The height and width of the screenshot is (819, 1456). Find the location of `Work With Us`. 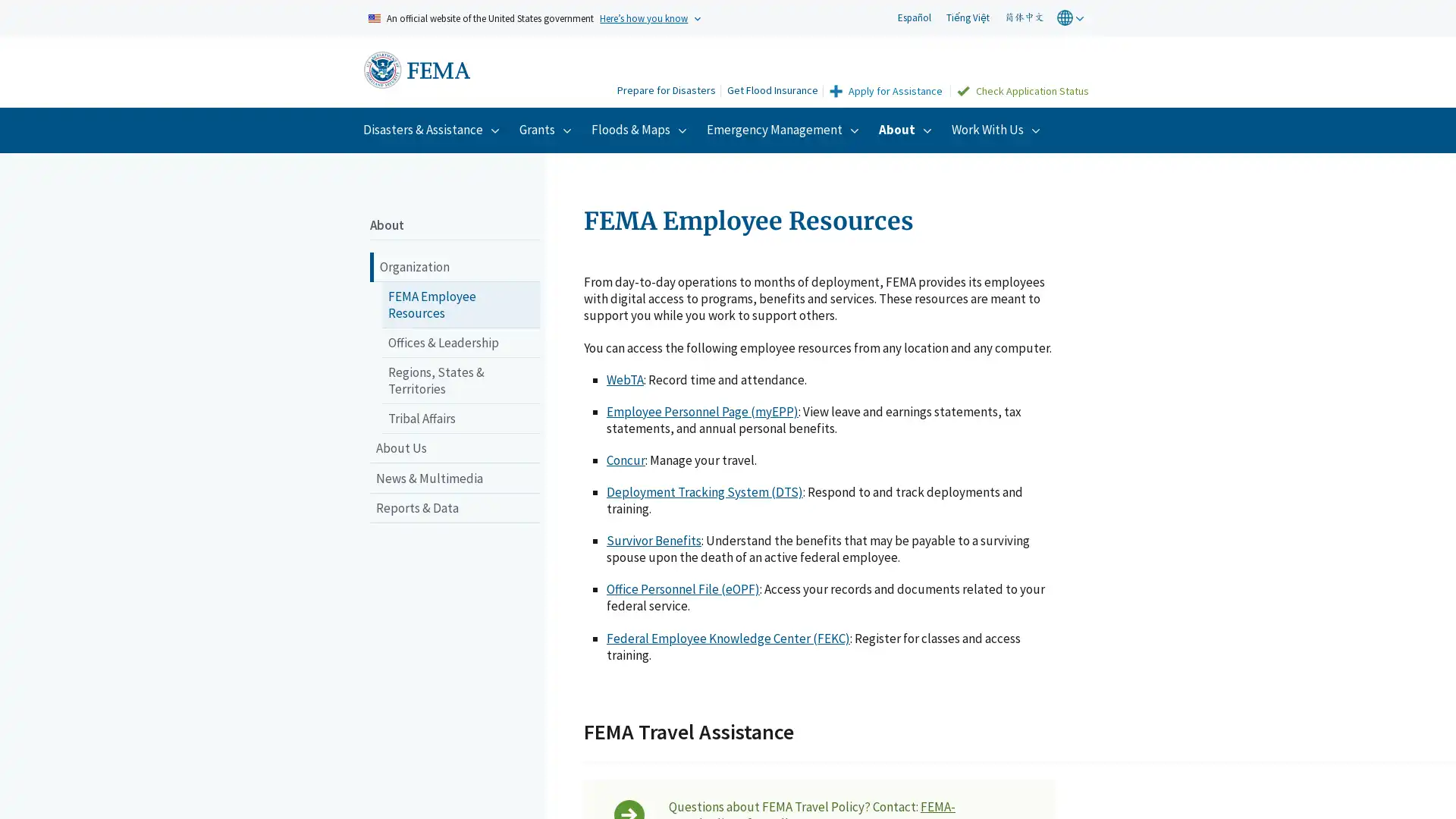

Work With Us is located at coordinates (998, 128).